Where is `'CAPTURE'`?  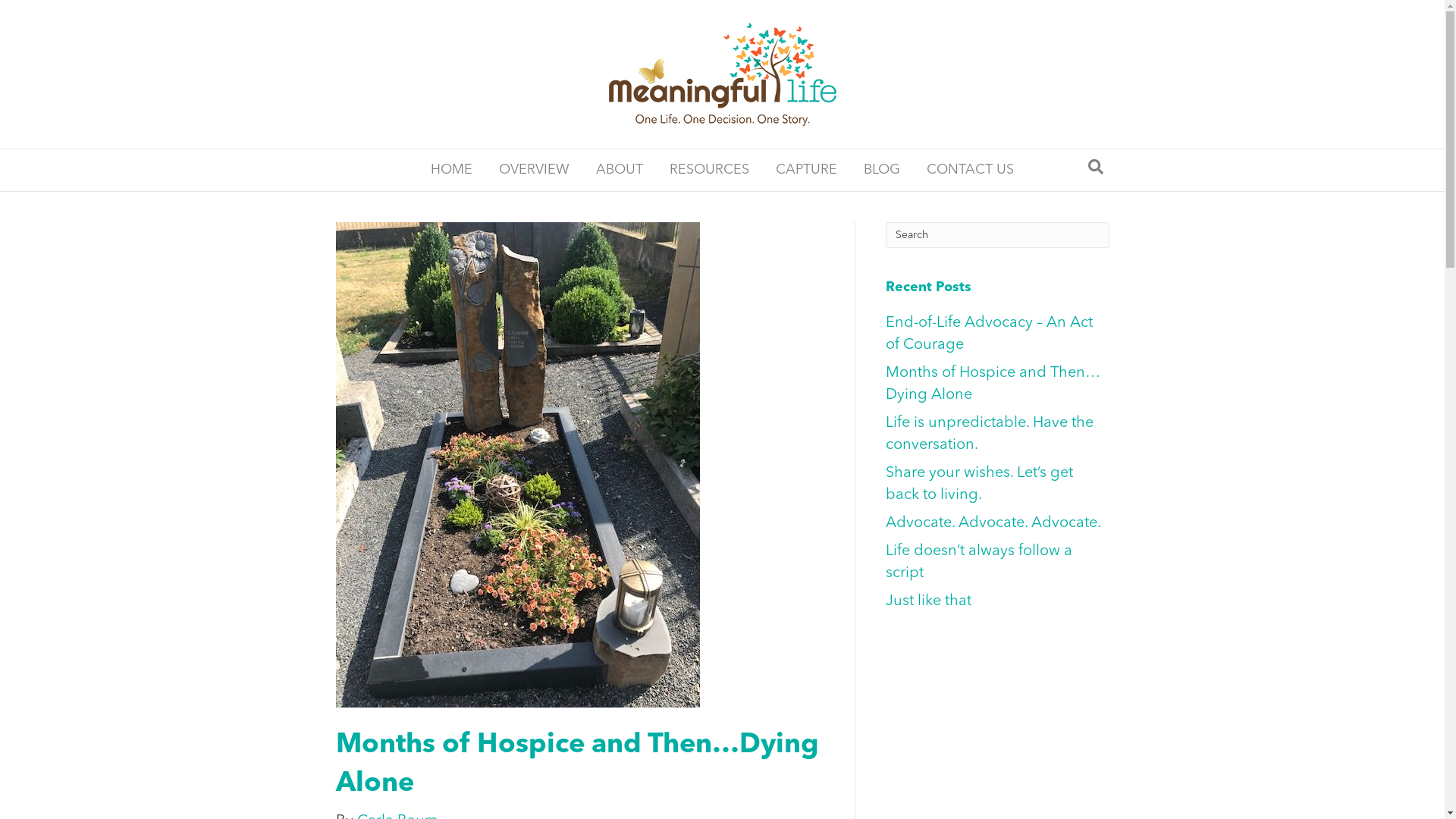
'CAPTURE' is located at coordinates (805, 170).